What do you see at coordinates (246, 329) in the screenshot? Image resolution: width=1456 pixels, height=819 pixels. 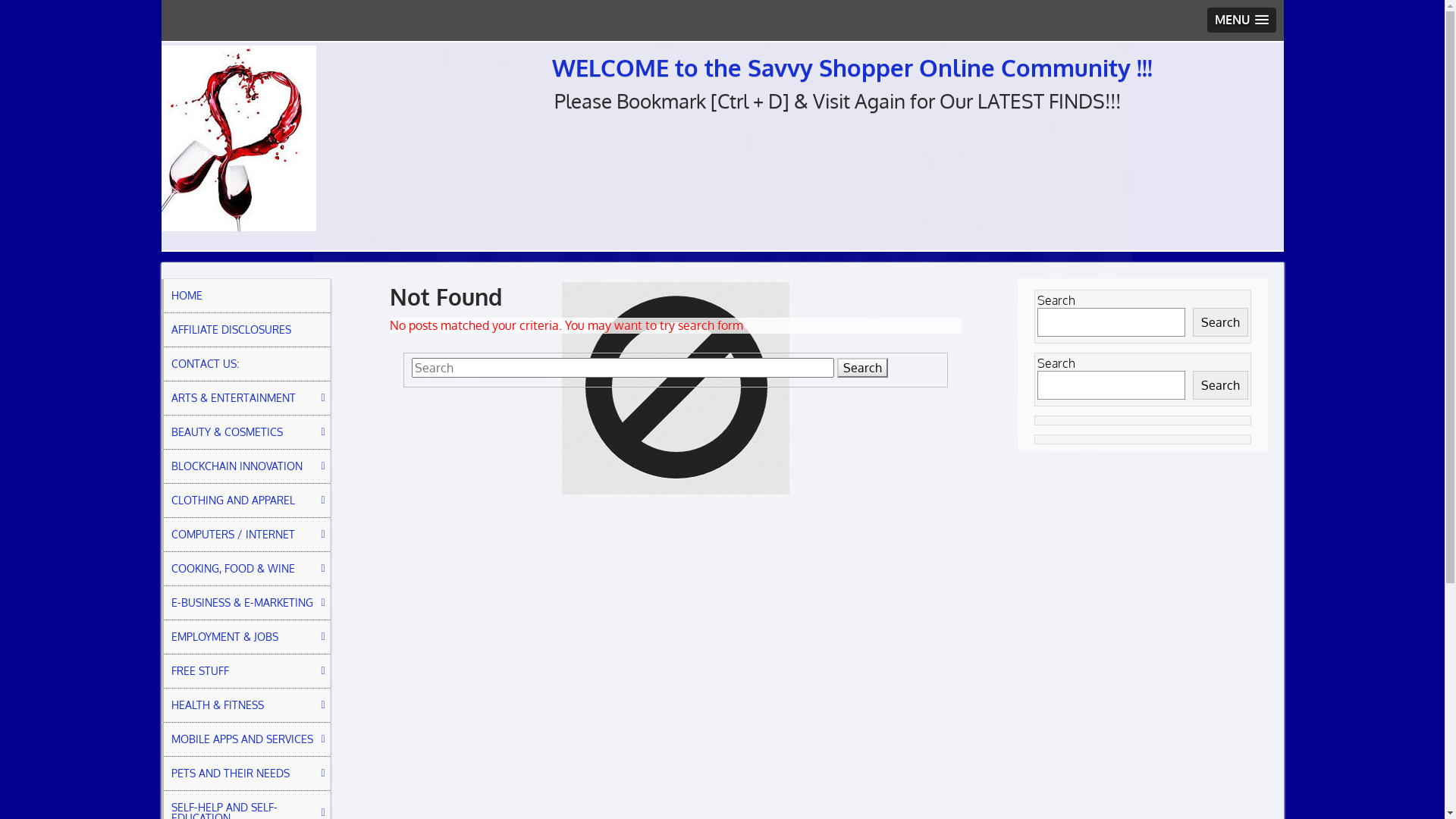 I see `'AFFILIATE DISCLOSURES'` at bounding box center [246, 329].